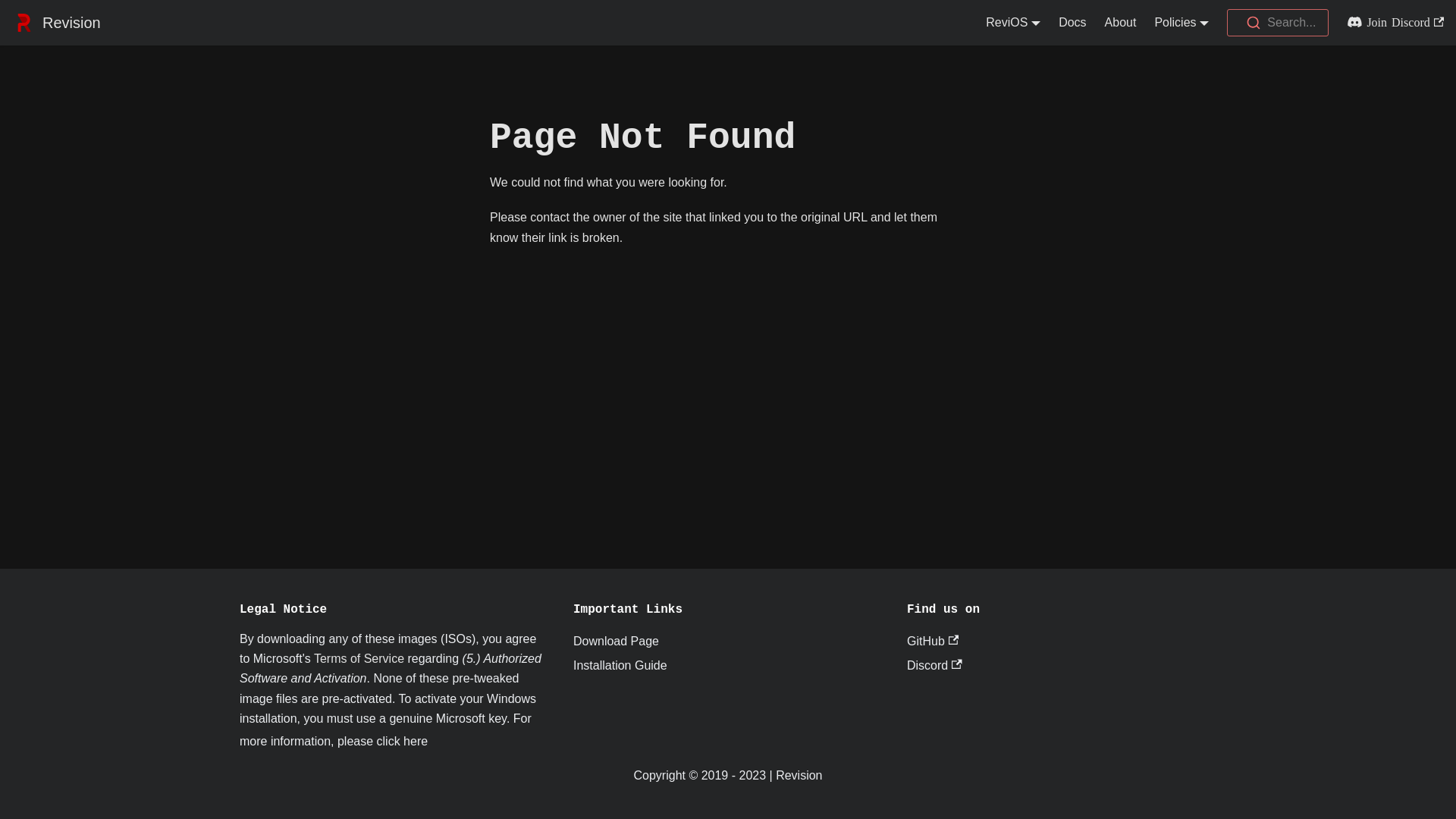 The width and height of the screenshot is (1456, 819). What do you see at coordinates (358, 657) in the screenshot?
I see `'Terms of Service'` at bounding box center [358, 657].